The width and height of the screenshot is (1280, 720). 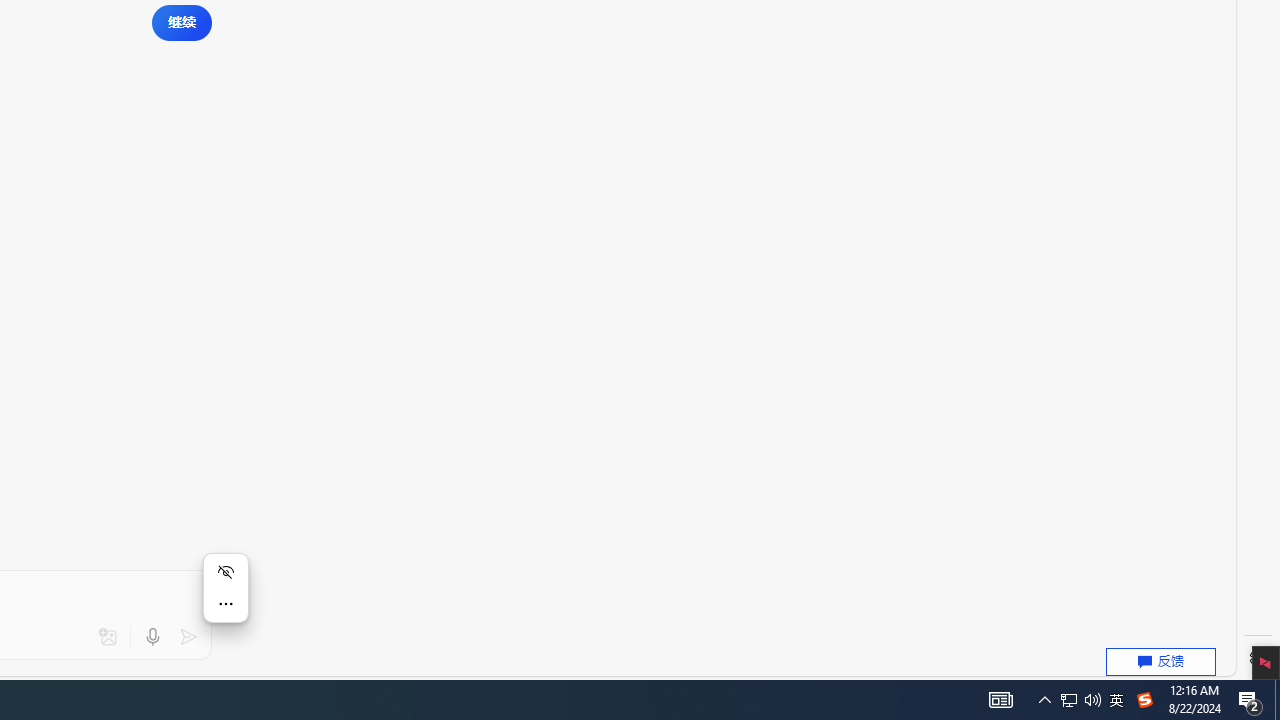 What do you see at coordinates (225, 572) in the screenshot?
I see `'Hide menu'` at bounding box center [225, 572].